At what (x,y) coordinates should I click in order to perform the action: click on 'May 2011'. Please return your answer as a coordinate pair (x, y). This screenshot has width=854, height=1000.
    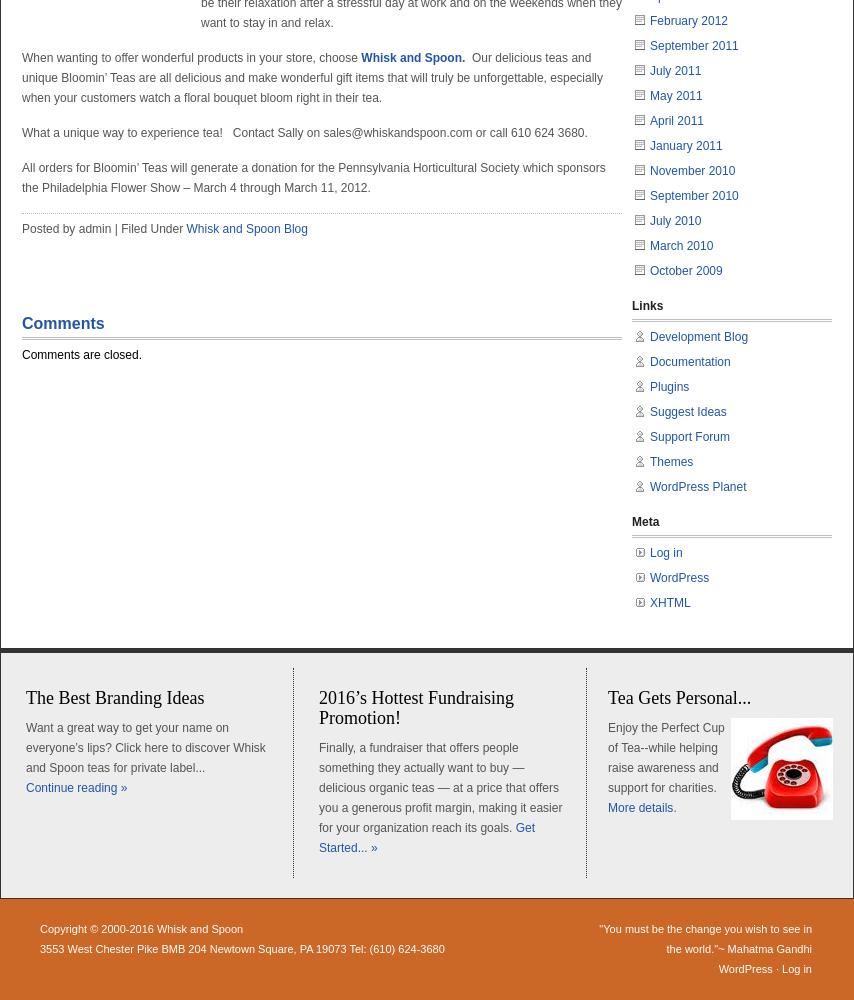
    Looking at the image, I should click on (675, 95).